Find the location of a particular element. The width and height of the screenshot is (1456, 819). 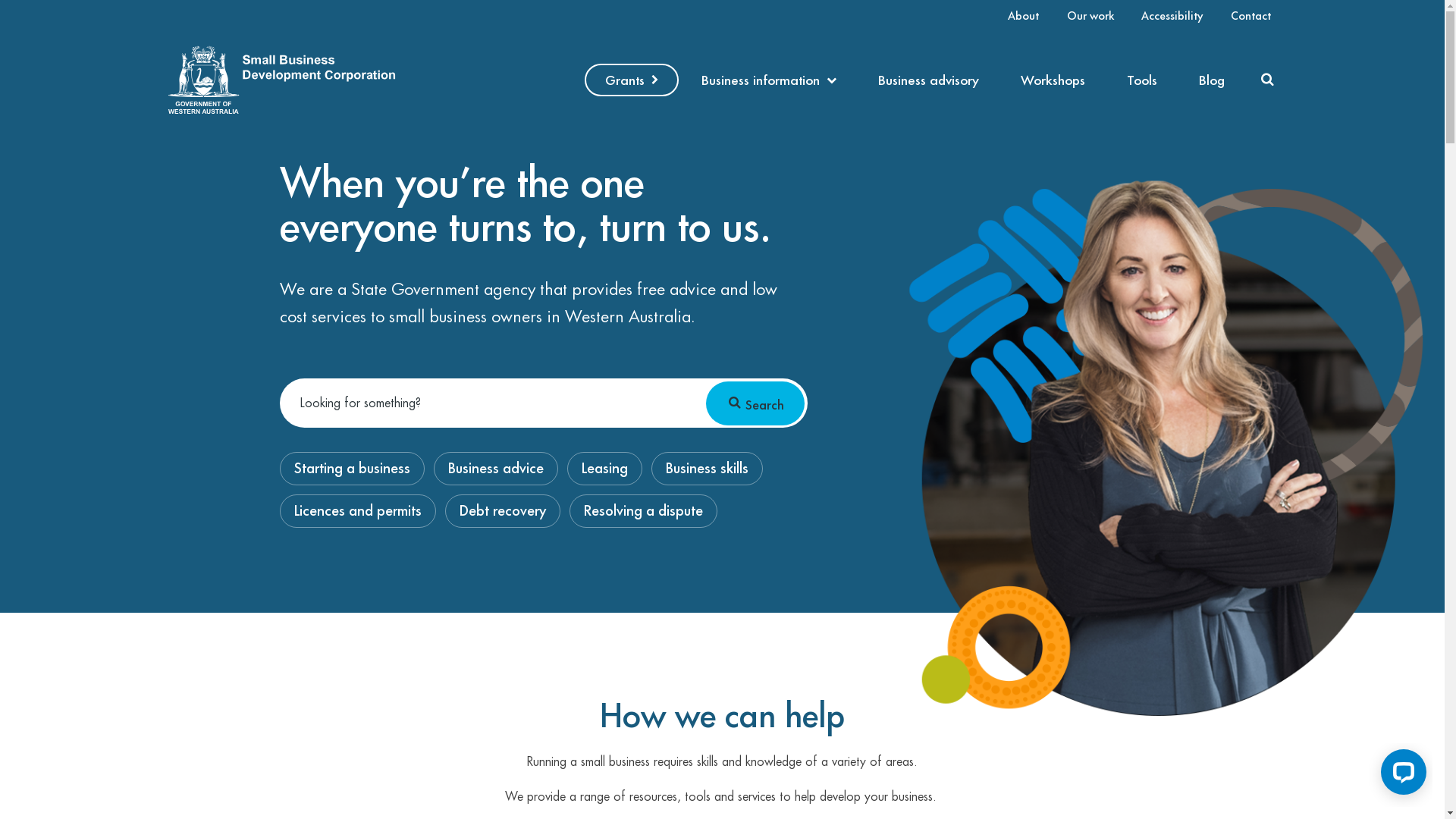

'Tools' is located at coordinates (1142, 80).